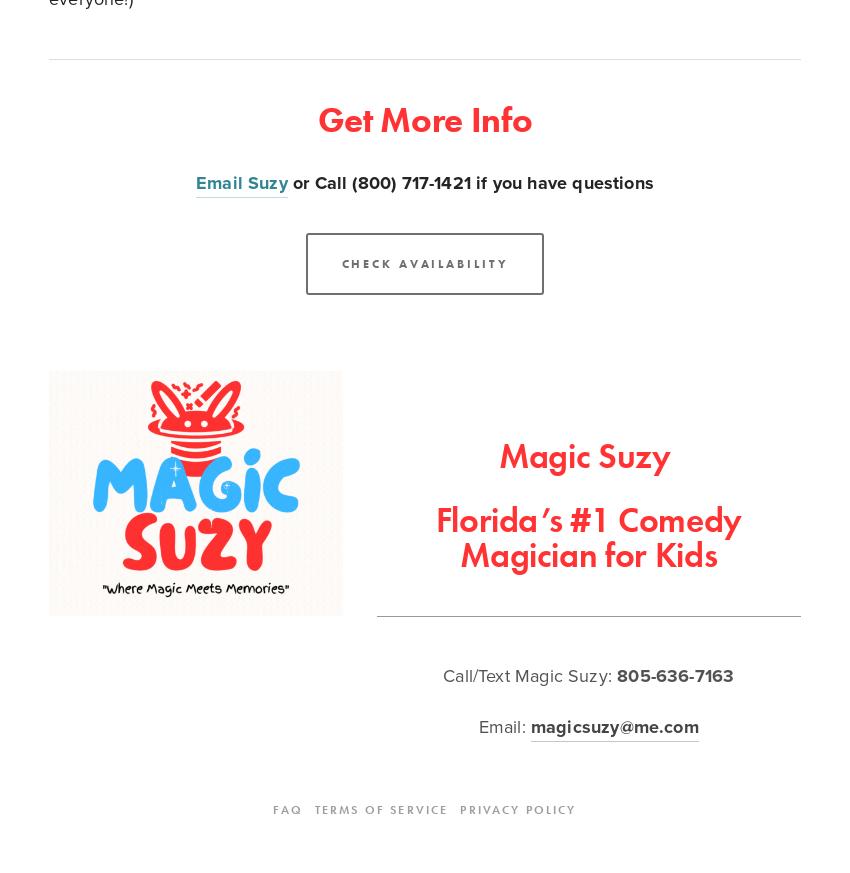 This screenshot has height=873, width=850. I want to click on 'Call/Text Magic Suzy:', so click(528, 675).